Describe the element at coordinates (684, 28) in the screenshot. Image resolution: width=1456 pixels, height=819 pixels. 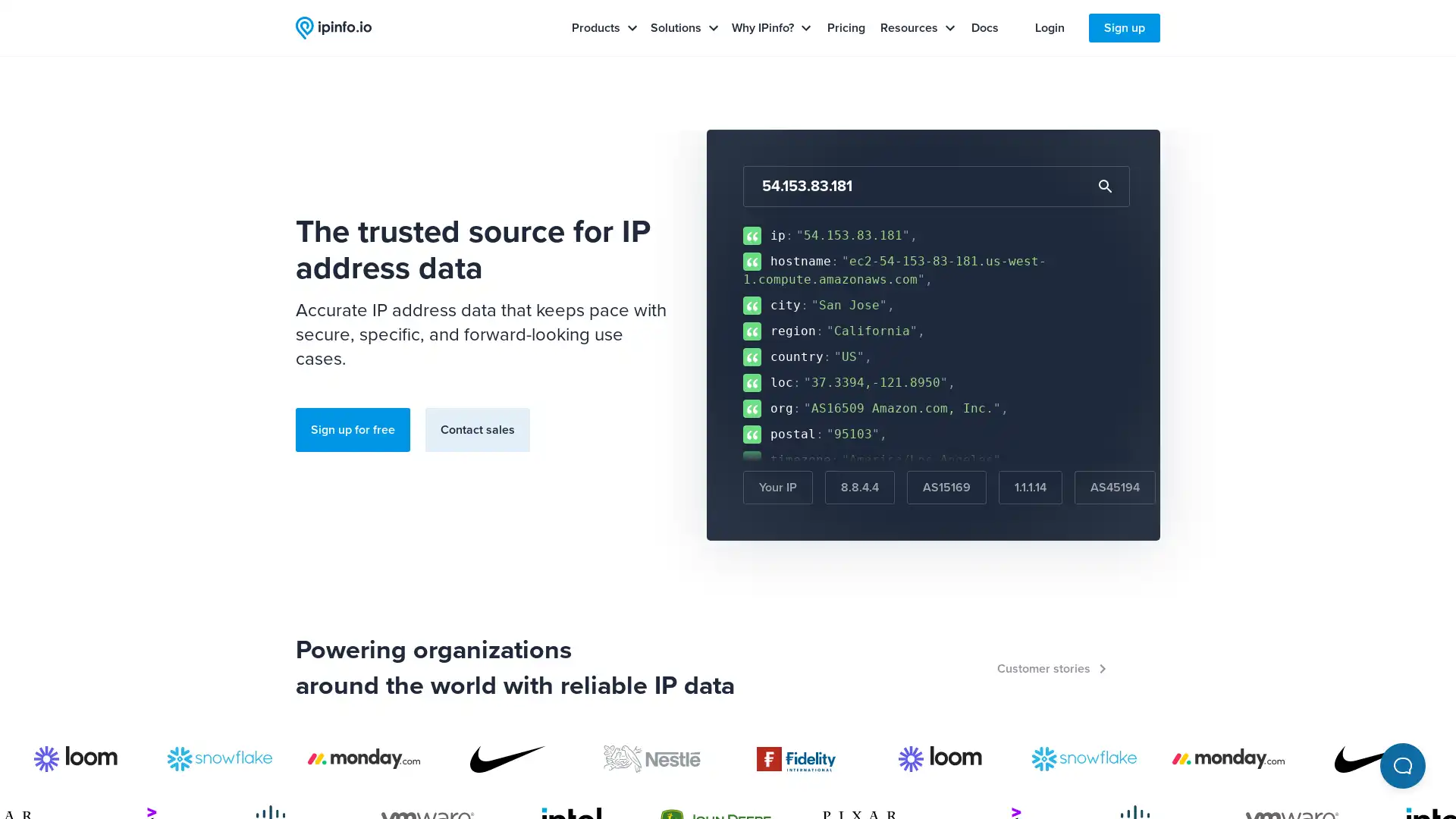
I see `Solutions` at that location.